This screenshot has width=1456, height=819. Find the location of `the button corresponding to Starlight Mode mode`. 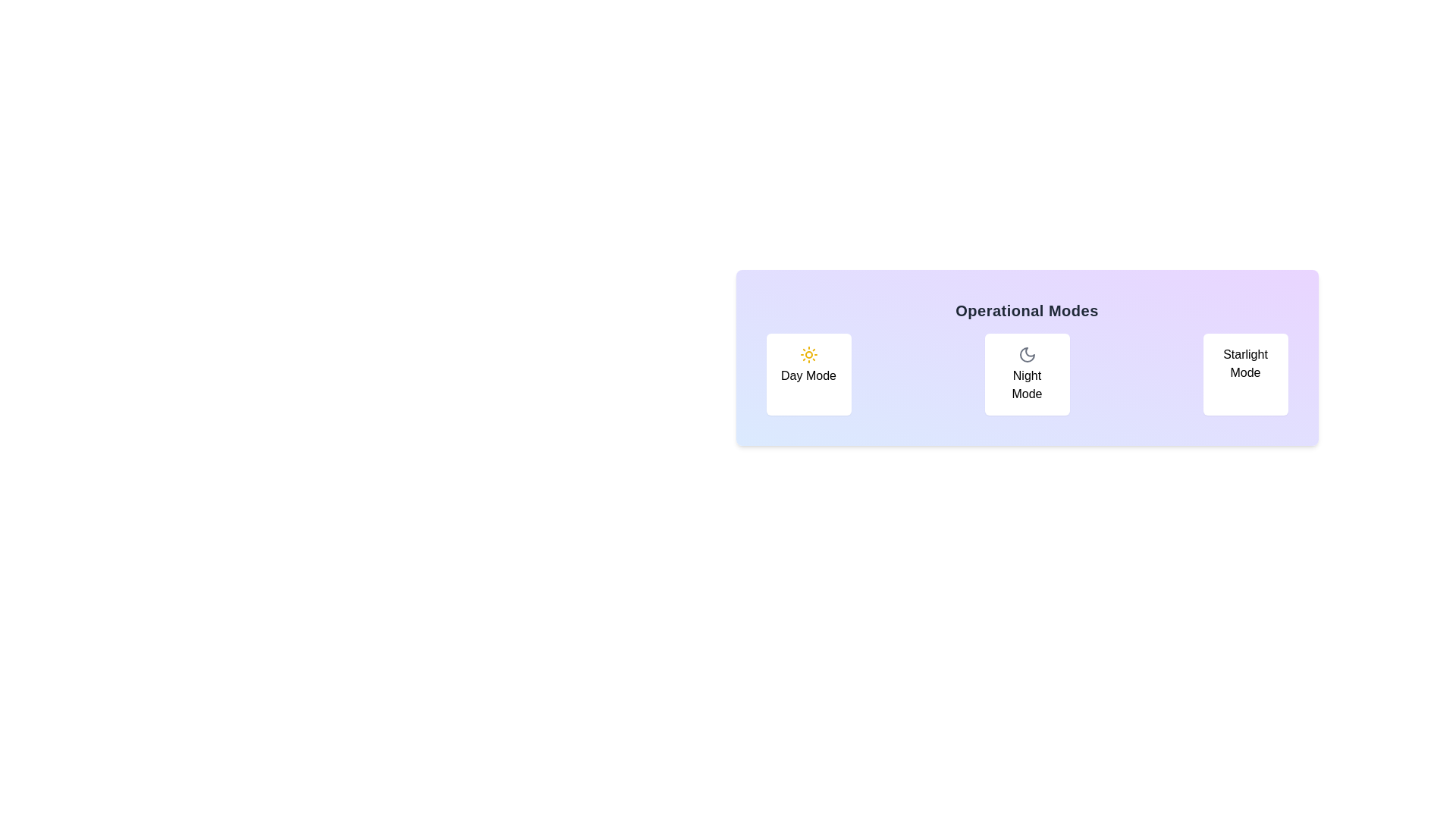

the button corresponding to Starlight Mode mode is located at coordinates (1245, 374).